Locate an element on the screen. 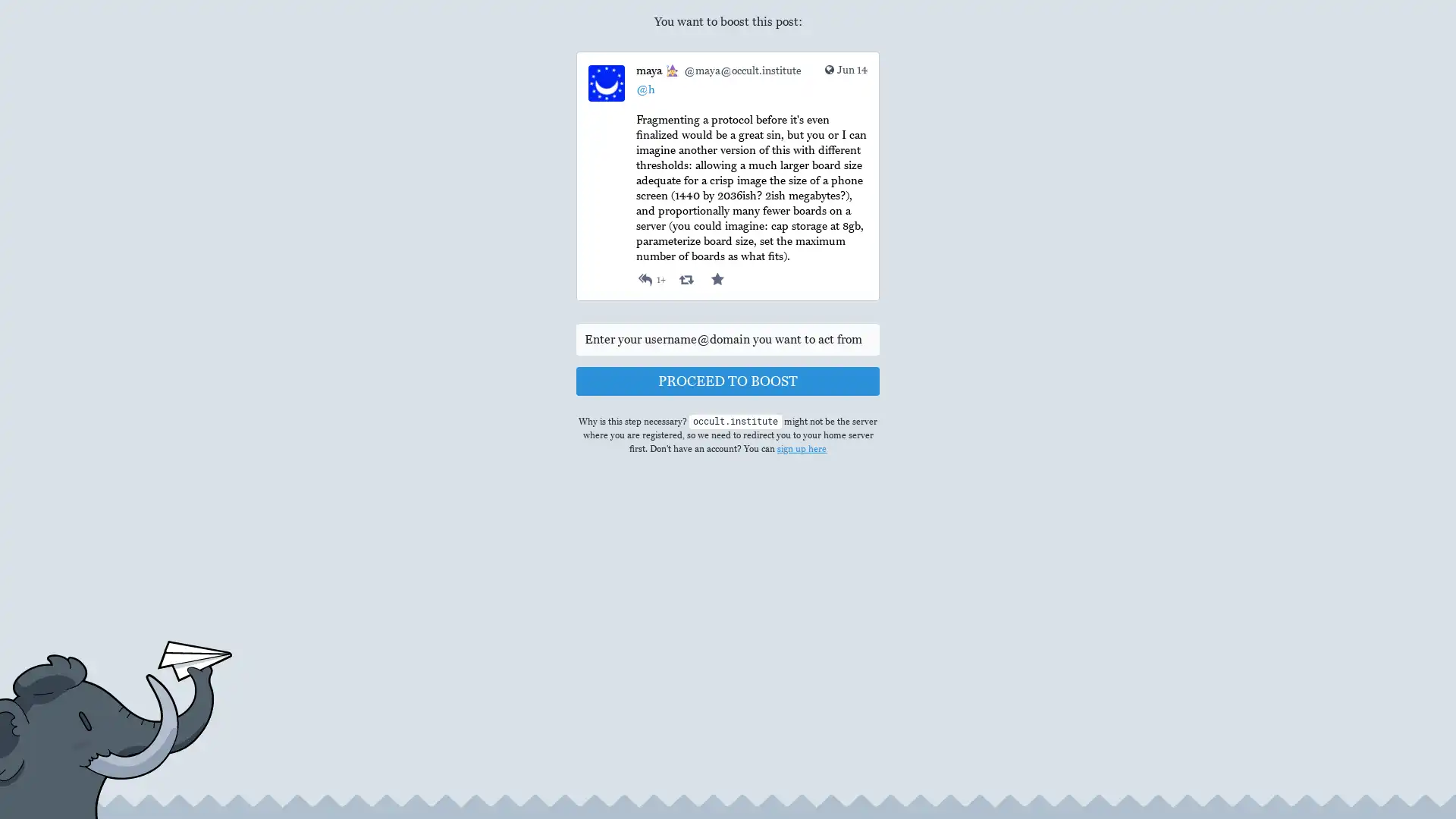 The height and width of the screenshot is (819, 1456). PROCEED TO BOOST is located at coordinates (728, 380).